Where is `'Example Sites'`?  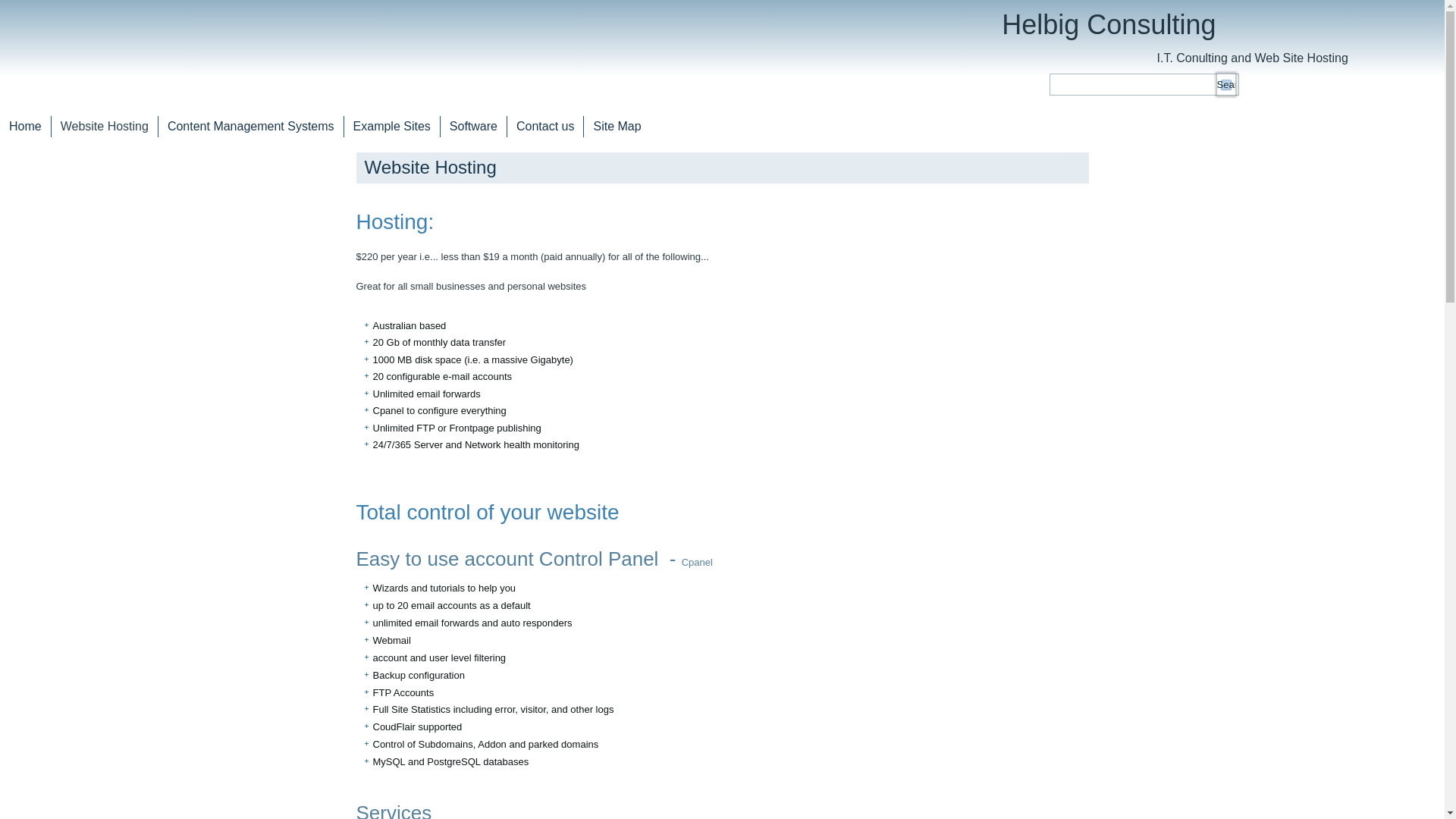 'Example Sites' is located at coordinates (392, 125).